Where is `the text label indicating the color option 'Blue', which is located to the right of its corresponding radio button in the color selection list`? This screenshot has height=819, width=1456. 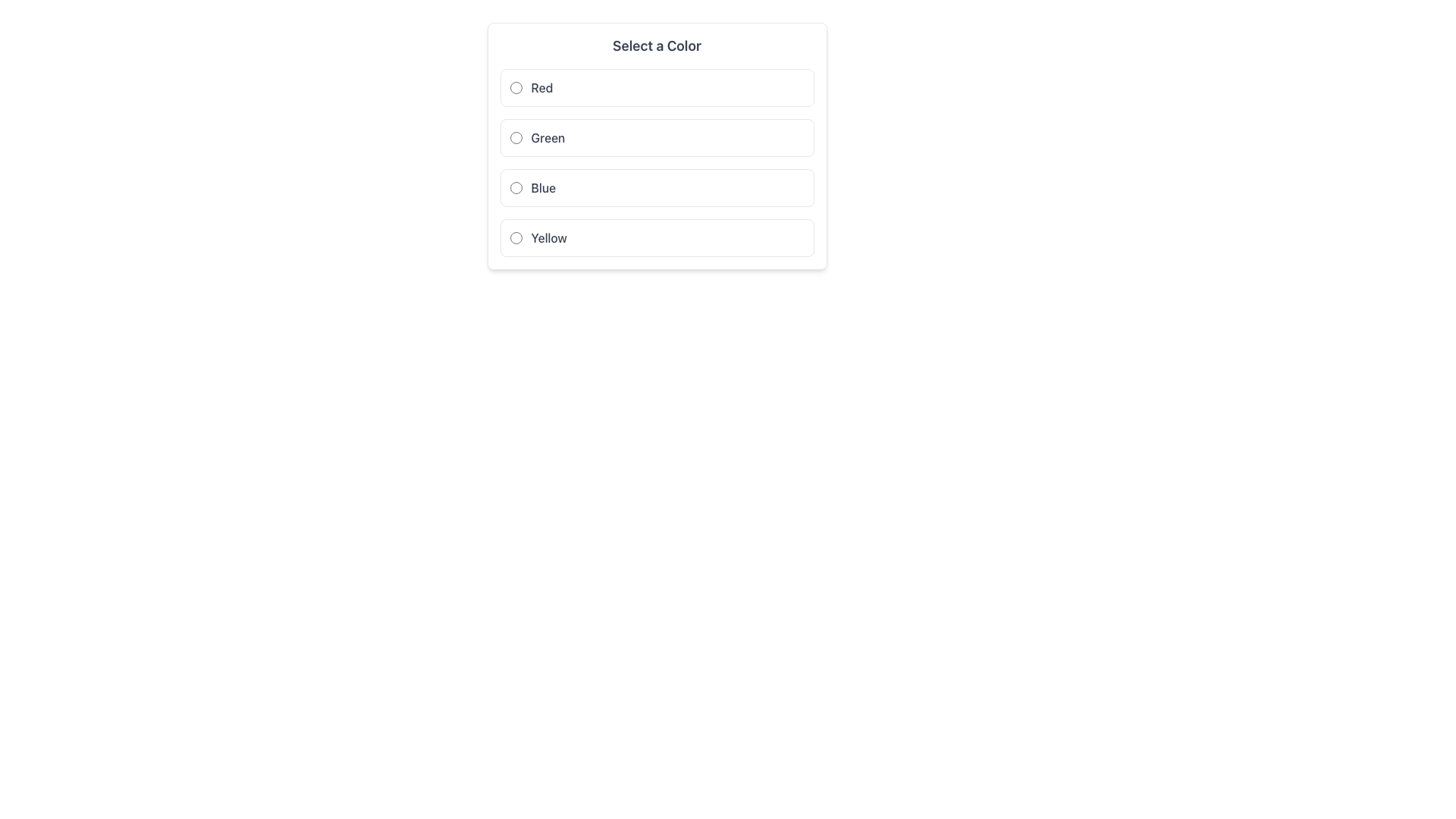 the text label indicating the color option 'Blue', which is located to the right of its corresponding radio button in the color selection list is located at coordinates (543, 187).